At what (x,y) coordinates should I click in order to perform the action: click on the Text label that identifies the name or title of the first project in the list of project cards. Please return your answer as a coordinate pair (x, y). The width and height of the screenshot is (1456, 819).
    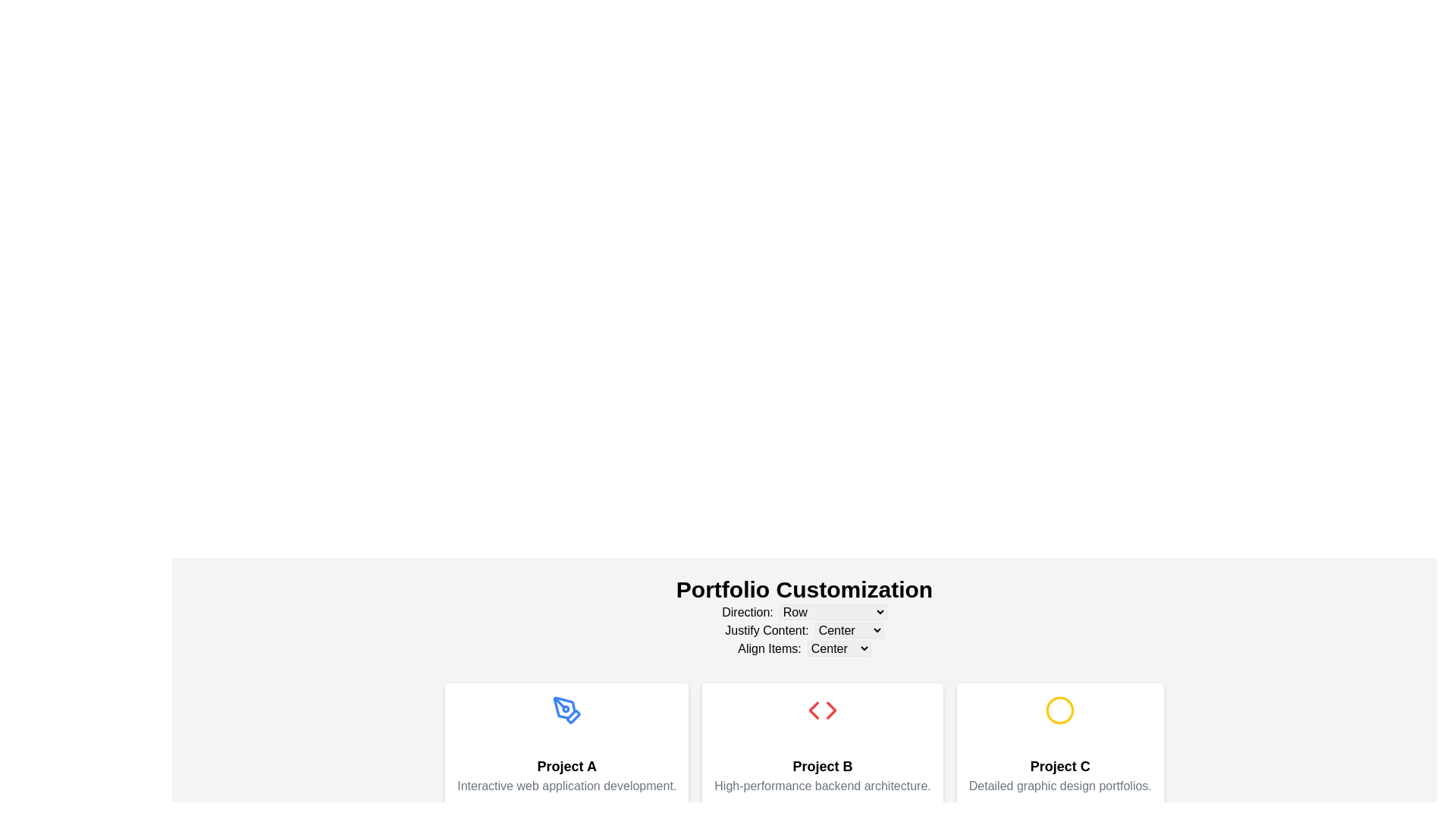
    Looking at the image, I should click on (566, 766).